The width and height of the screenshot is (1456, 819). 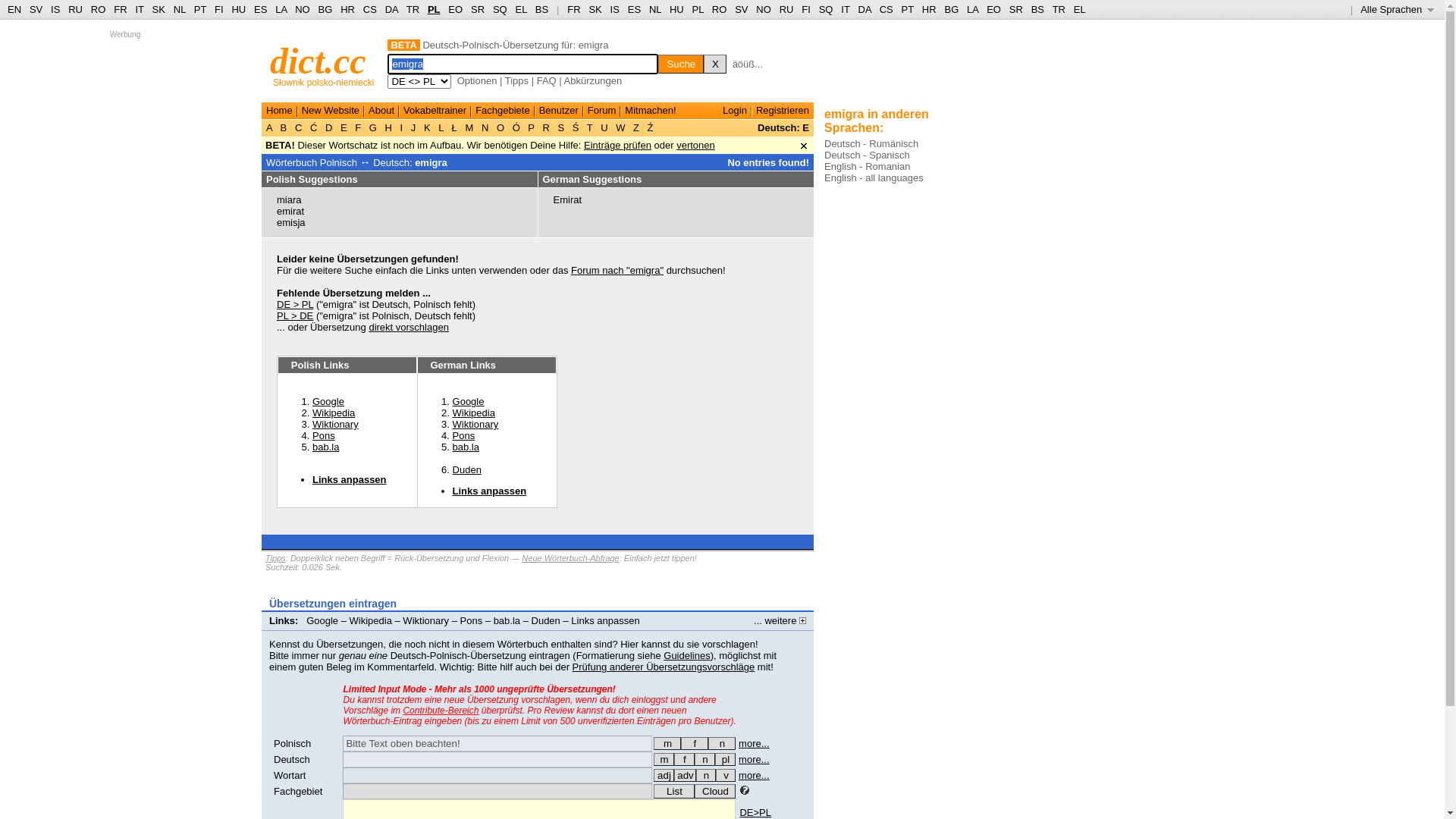 What do you see at coordinates (552, 199) in the screenshot?
I see `'Emirat'` at bounding box center [552, 199].